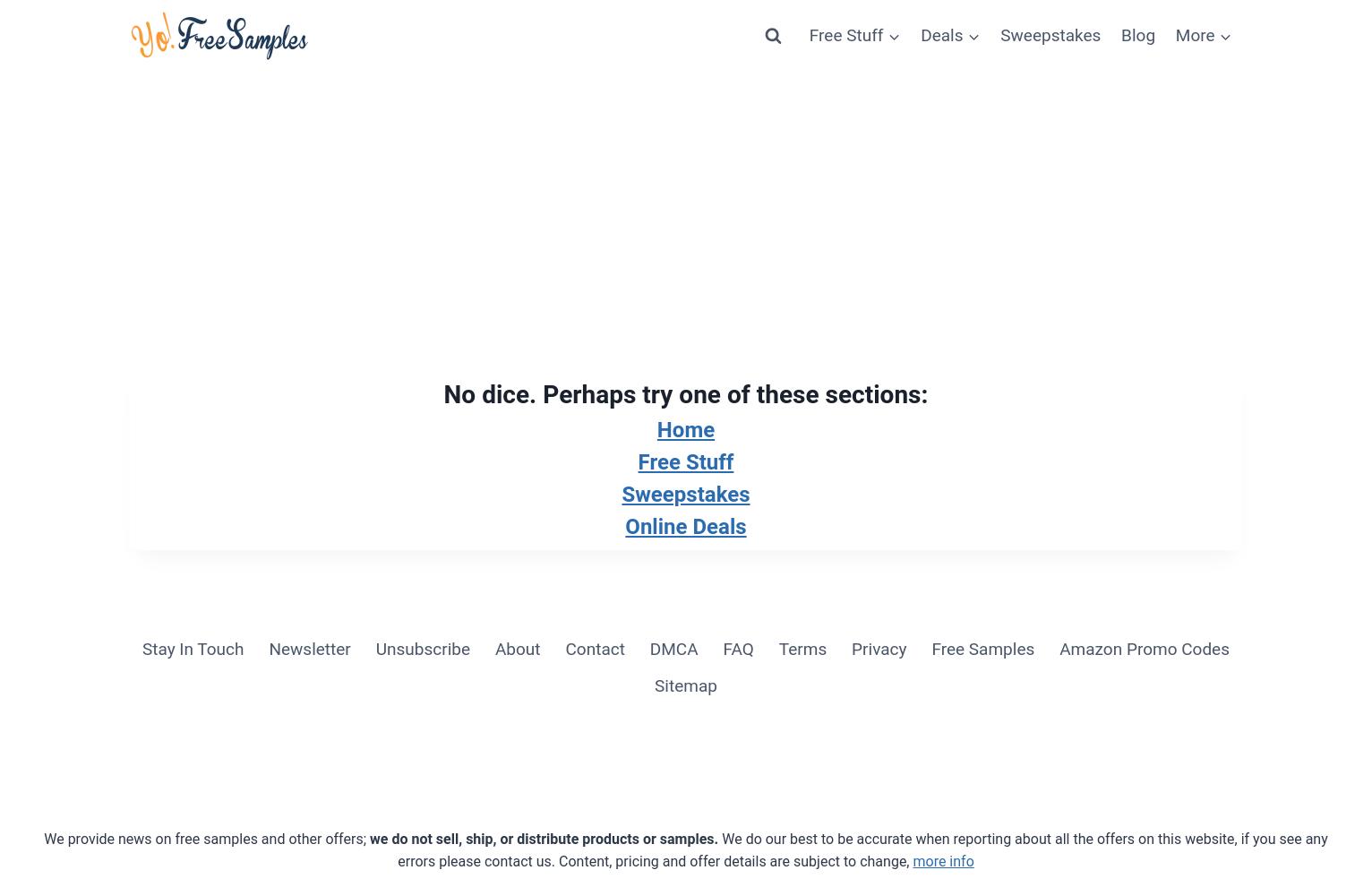 Image resolution: width=1372 pixels, height=896 pixels. Describe the element at coordinates (684, 685) in the screenshot. I see `'Sitemap'` at that location.